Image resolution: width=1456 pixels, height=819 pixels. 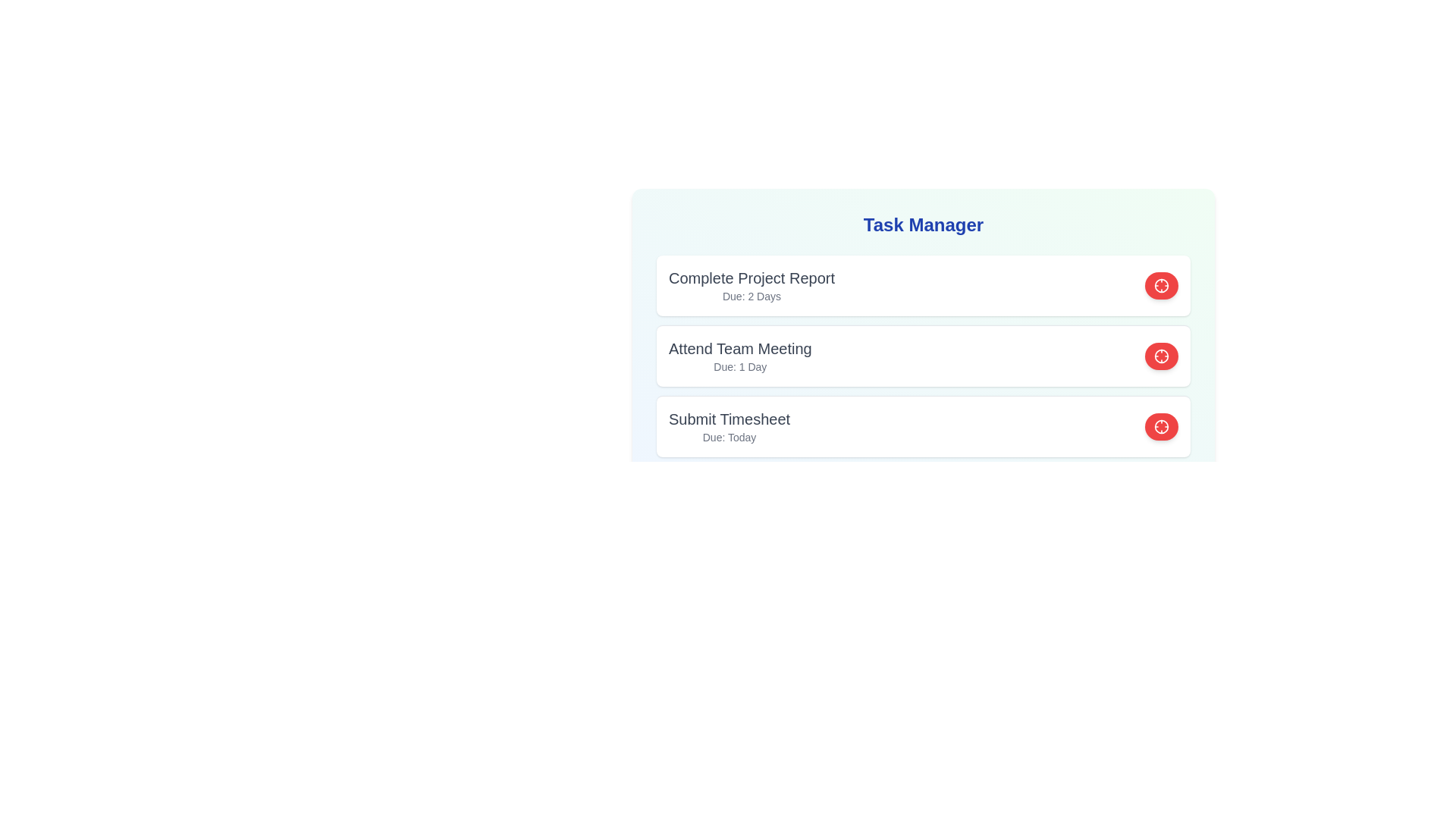 What do you see at coordinates (740, 348) in the screenshot?
I see `the text label displaying 'Attend Team Meeting'` at bounding box center [740, 348].